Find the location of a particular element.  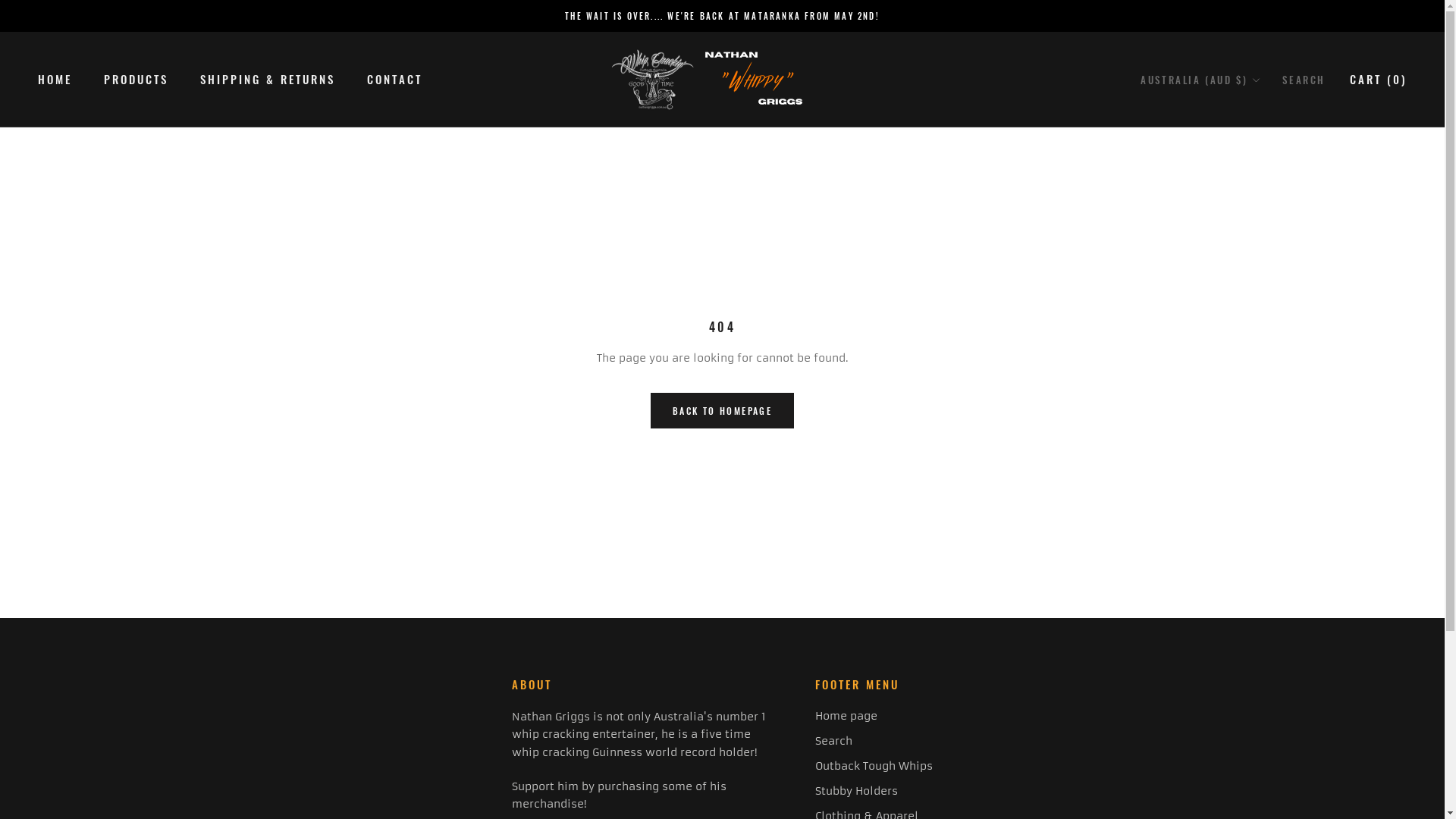

'THE WAIT IS OVER.... WE'RE BACK AT MATARANKA FROM MAY 2ND!' is located at coordinates (721, 15).